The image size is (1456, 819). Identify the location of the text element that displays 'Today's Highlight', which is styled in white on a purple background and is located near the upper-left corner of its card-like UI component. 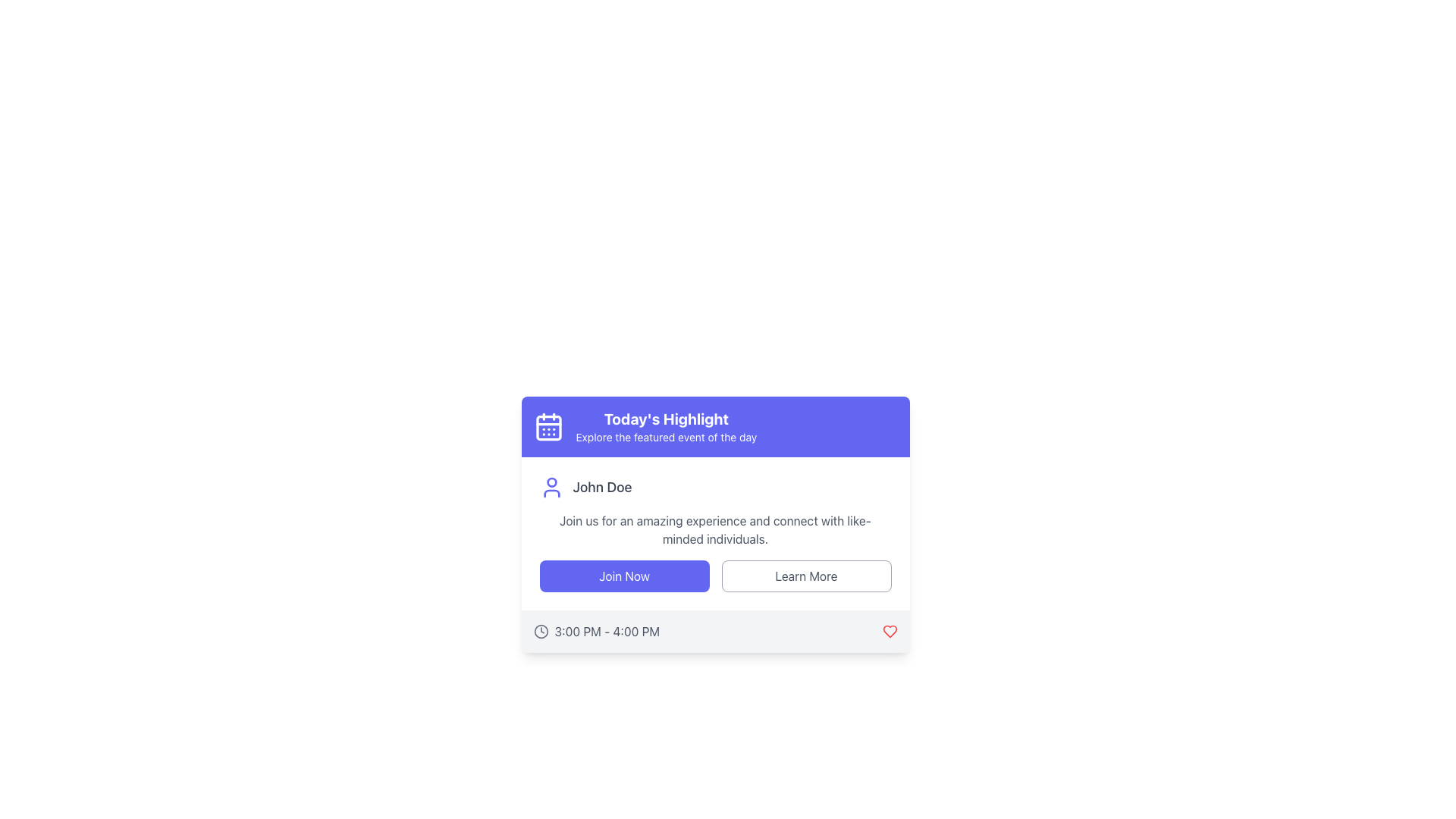
(666, 419).